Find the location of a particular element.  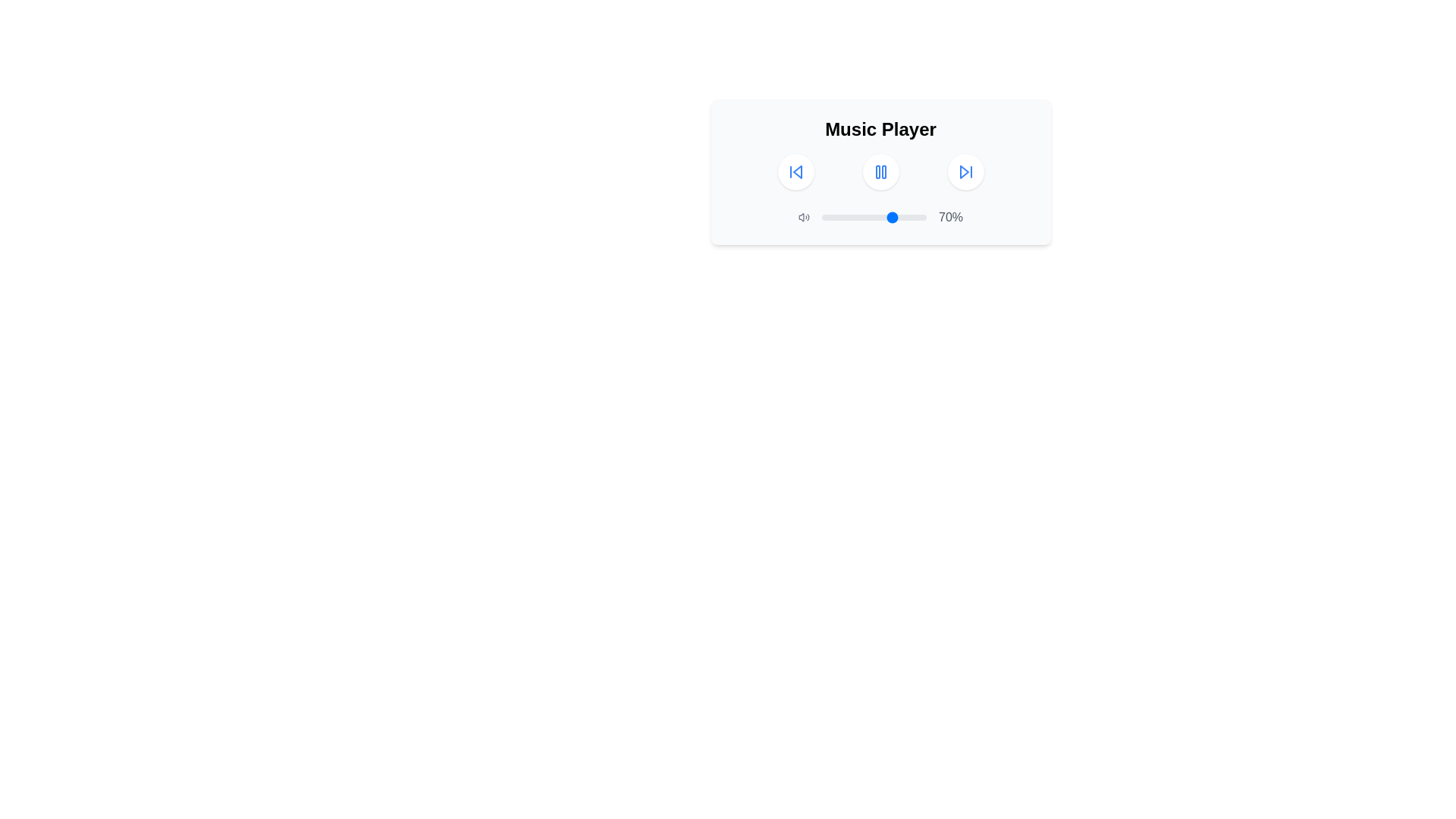

the 'Skip Forward' button with an SVG icon in the music player interface to skip to the next track is located at coordinates (965, 171).